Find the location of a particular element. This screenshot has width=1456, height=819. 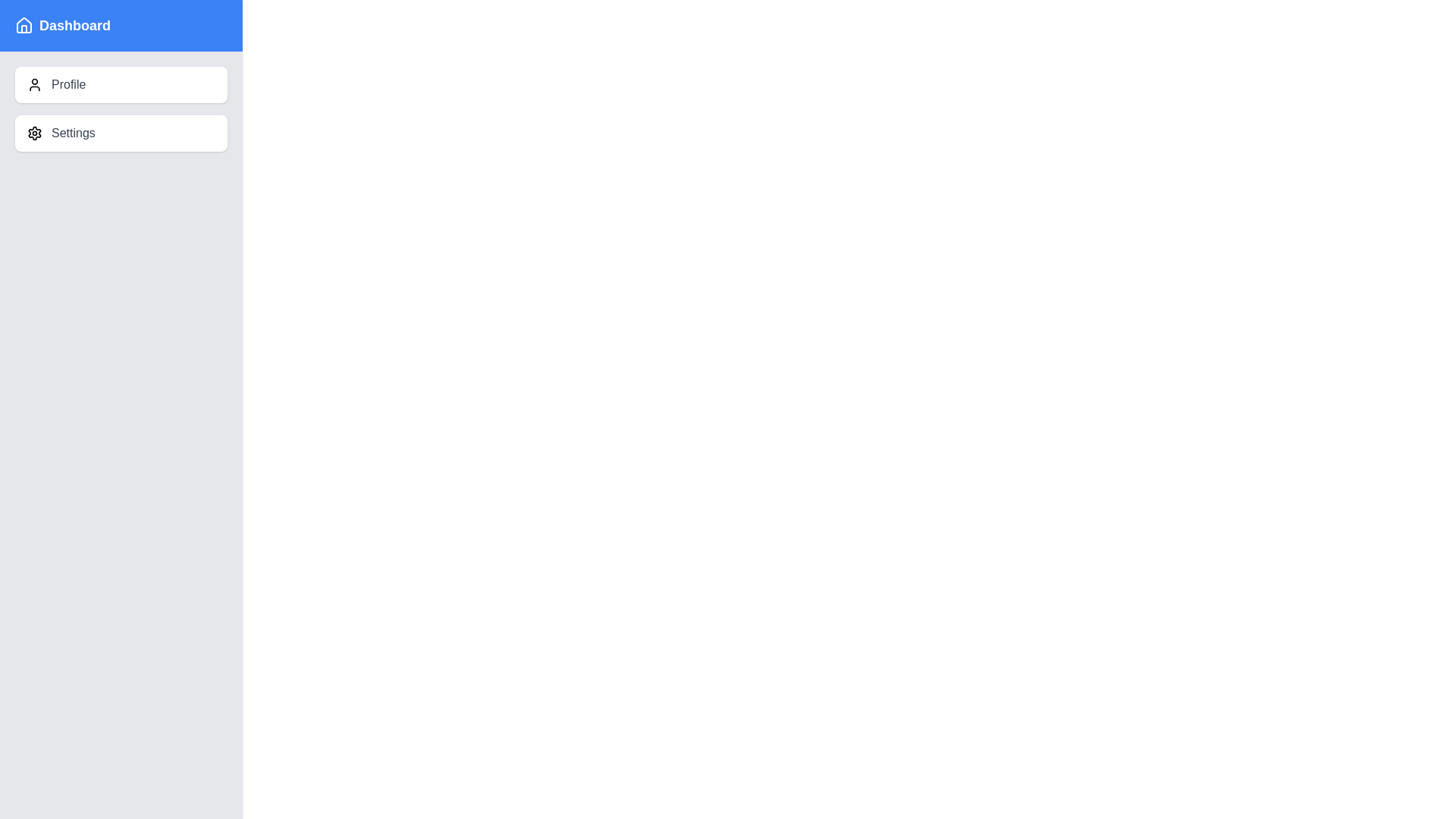

the 'Dashboard' title to inspect it is located at coordinates (120, 26).